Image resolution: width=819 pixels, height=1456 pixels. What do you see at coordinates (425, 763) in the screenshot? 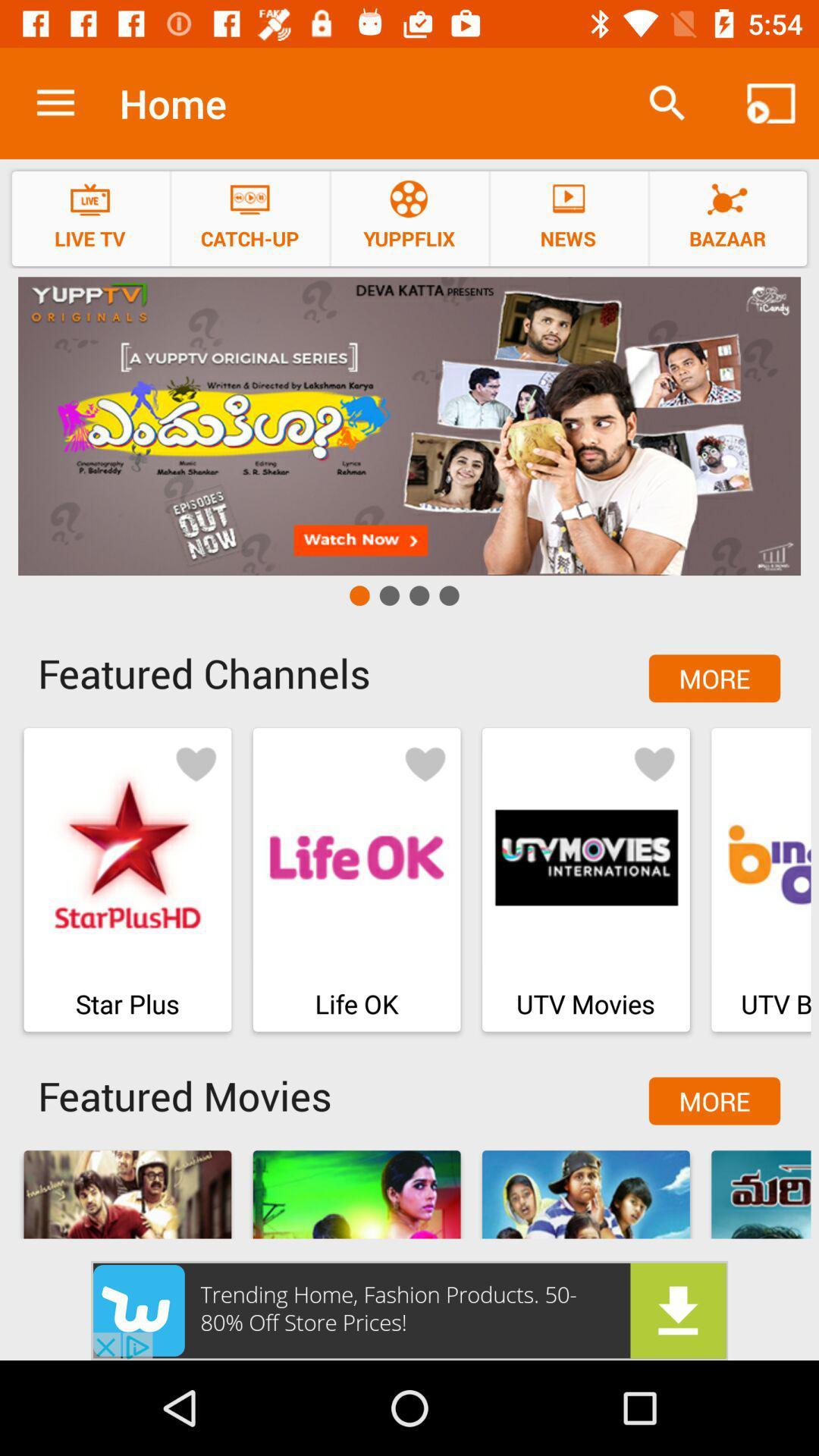
I see `like the channel` at bounding box center [425, 763].